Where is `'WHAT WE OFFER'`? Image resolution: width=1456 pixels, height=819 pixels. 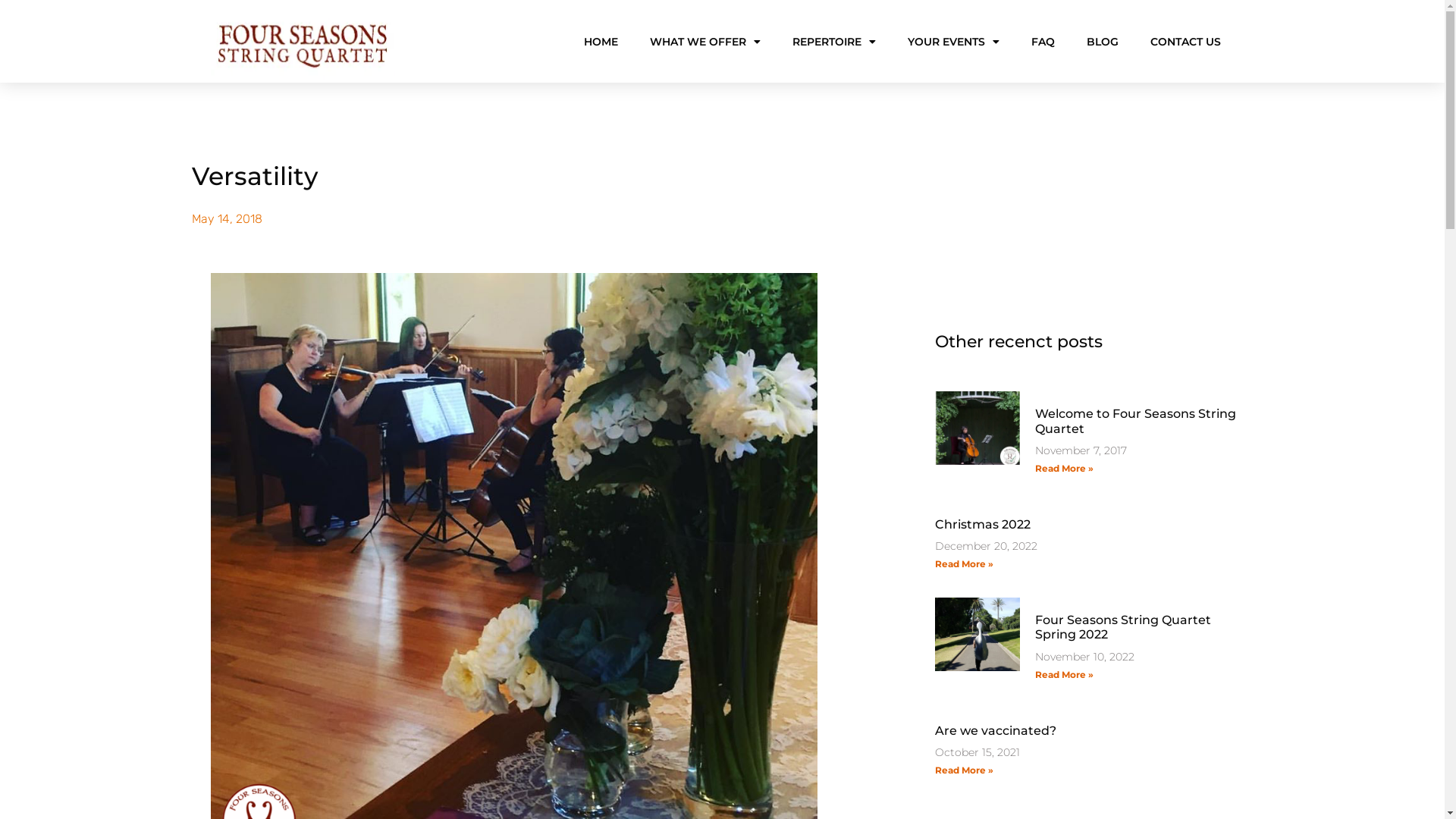
'WHAT WE OFFER' is located at coordinates (704, 40).